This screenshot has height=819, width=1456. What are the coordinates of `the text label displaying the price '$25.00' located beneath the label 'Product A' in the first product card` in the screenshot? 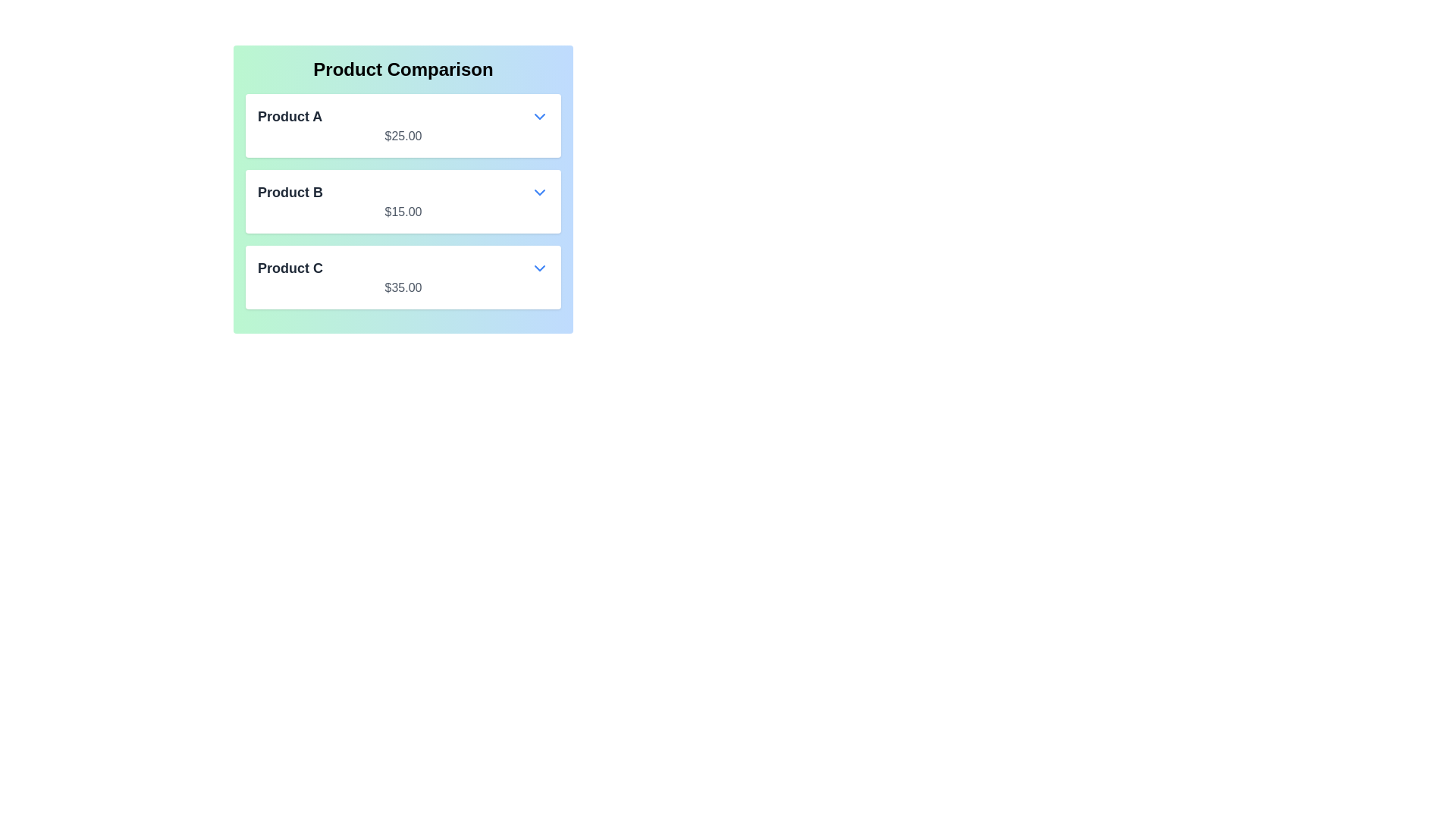 It's located at (403, 136).